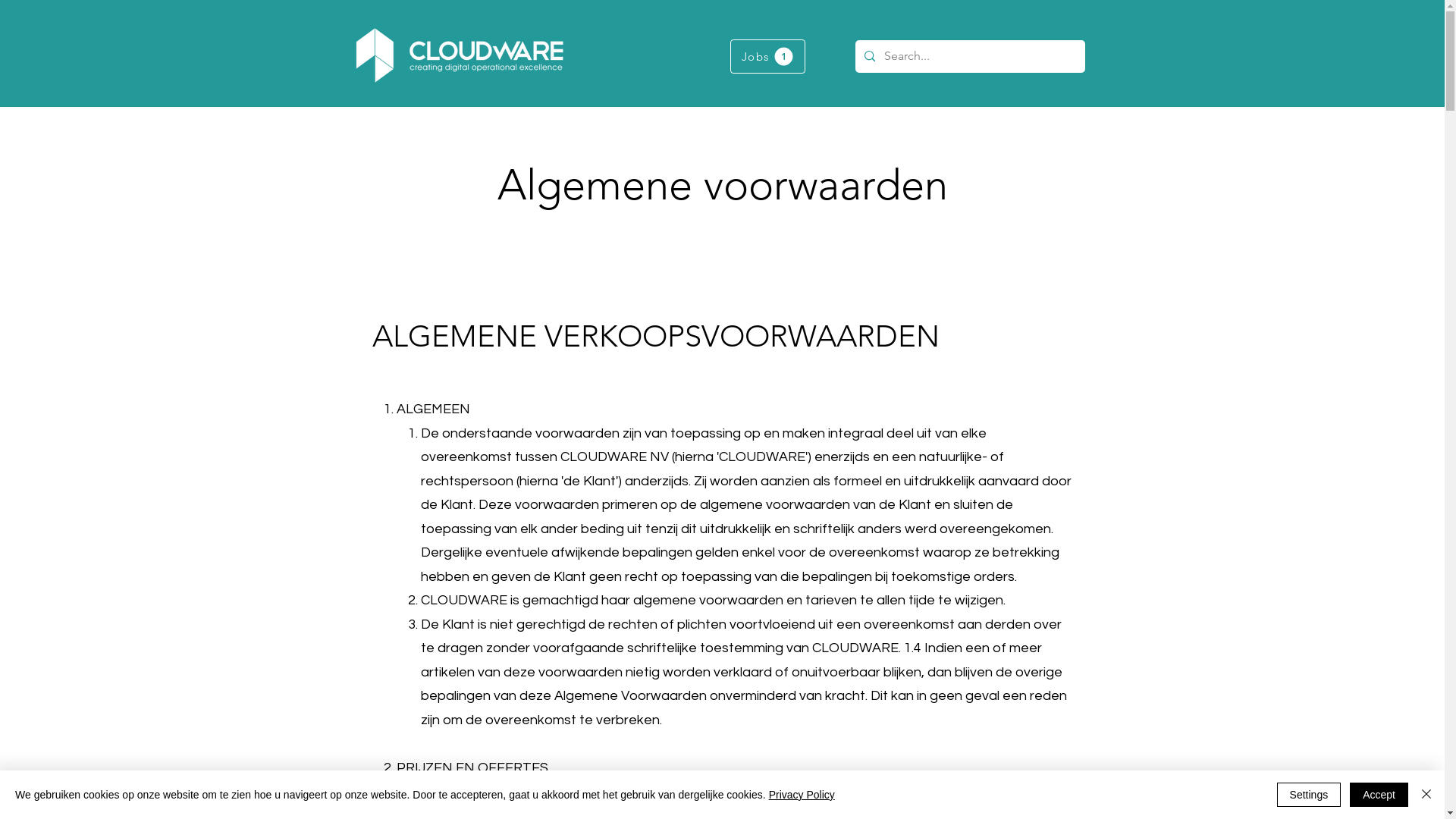  Describe the element at coordinates (457, 55) in the screenshot. I see `'Banner-Cloudware-Wit.png'` at that location.